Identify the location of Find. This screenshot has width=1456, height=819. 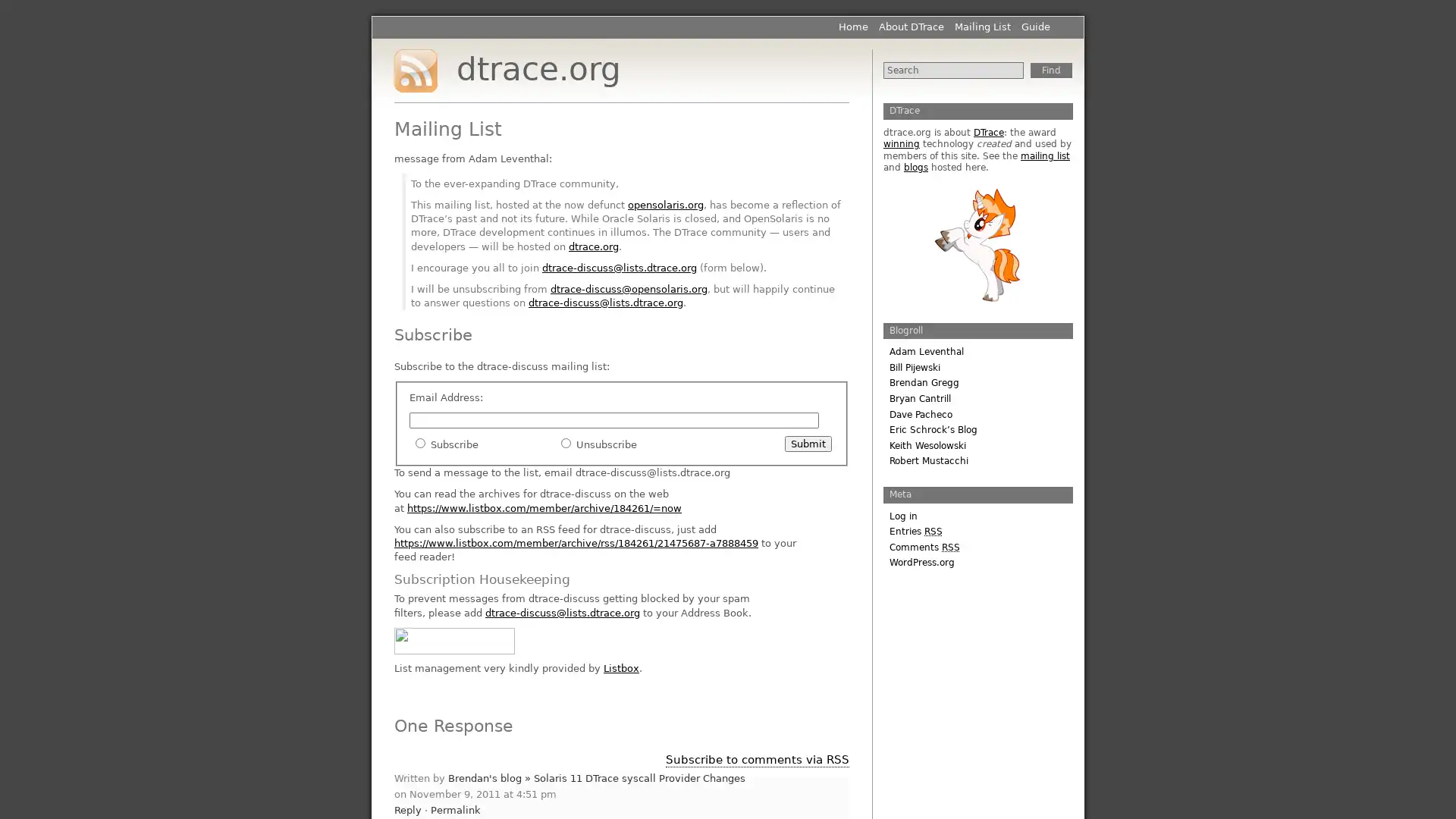
(1050, 70).